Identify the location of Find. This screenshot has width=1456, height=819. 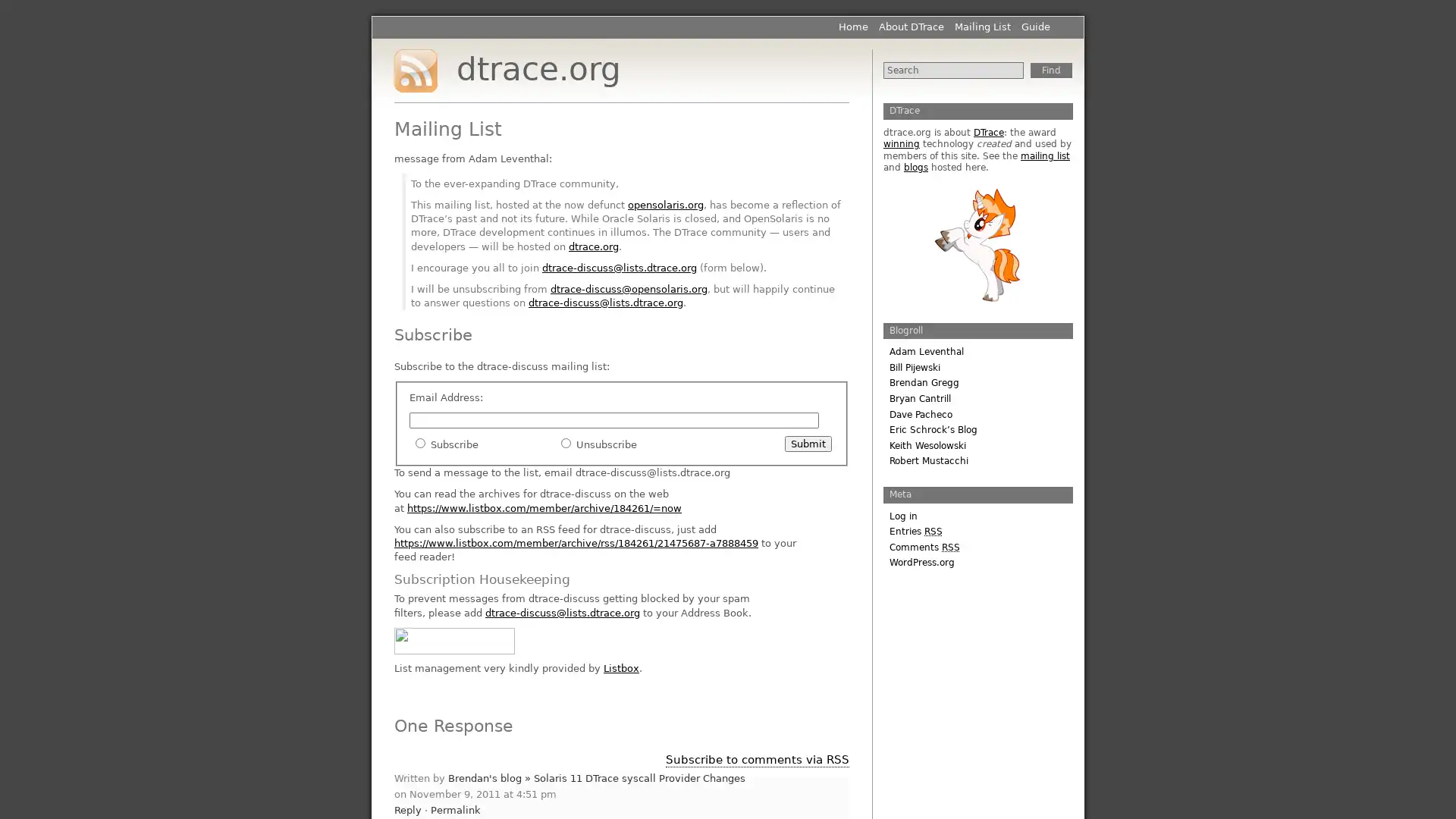
(1050, 70).